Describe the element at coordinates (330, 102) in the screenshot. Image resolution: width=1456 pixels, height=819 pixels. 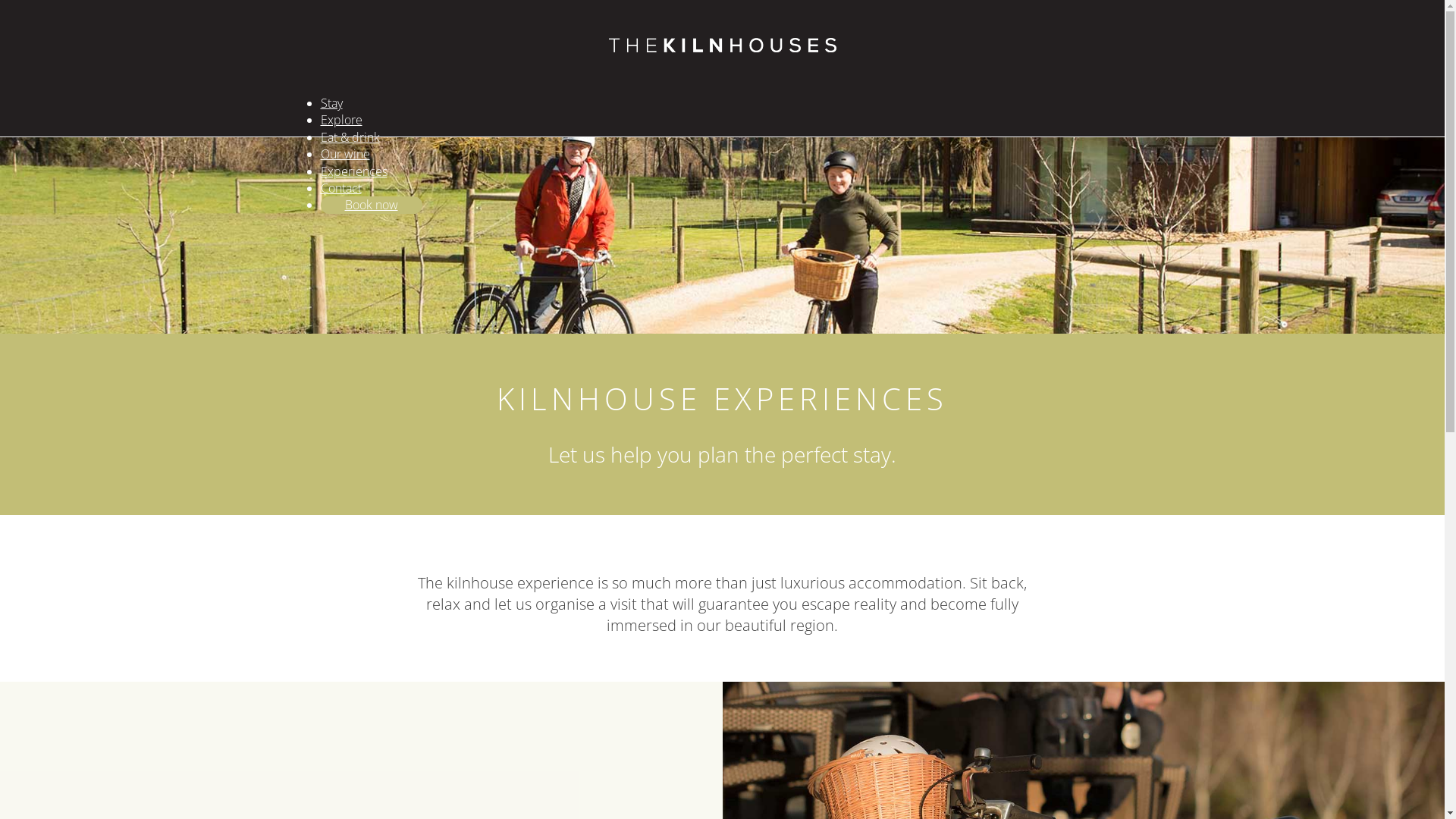
I see `'Stay'` at that location.